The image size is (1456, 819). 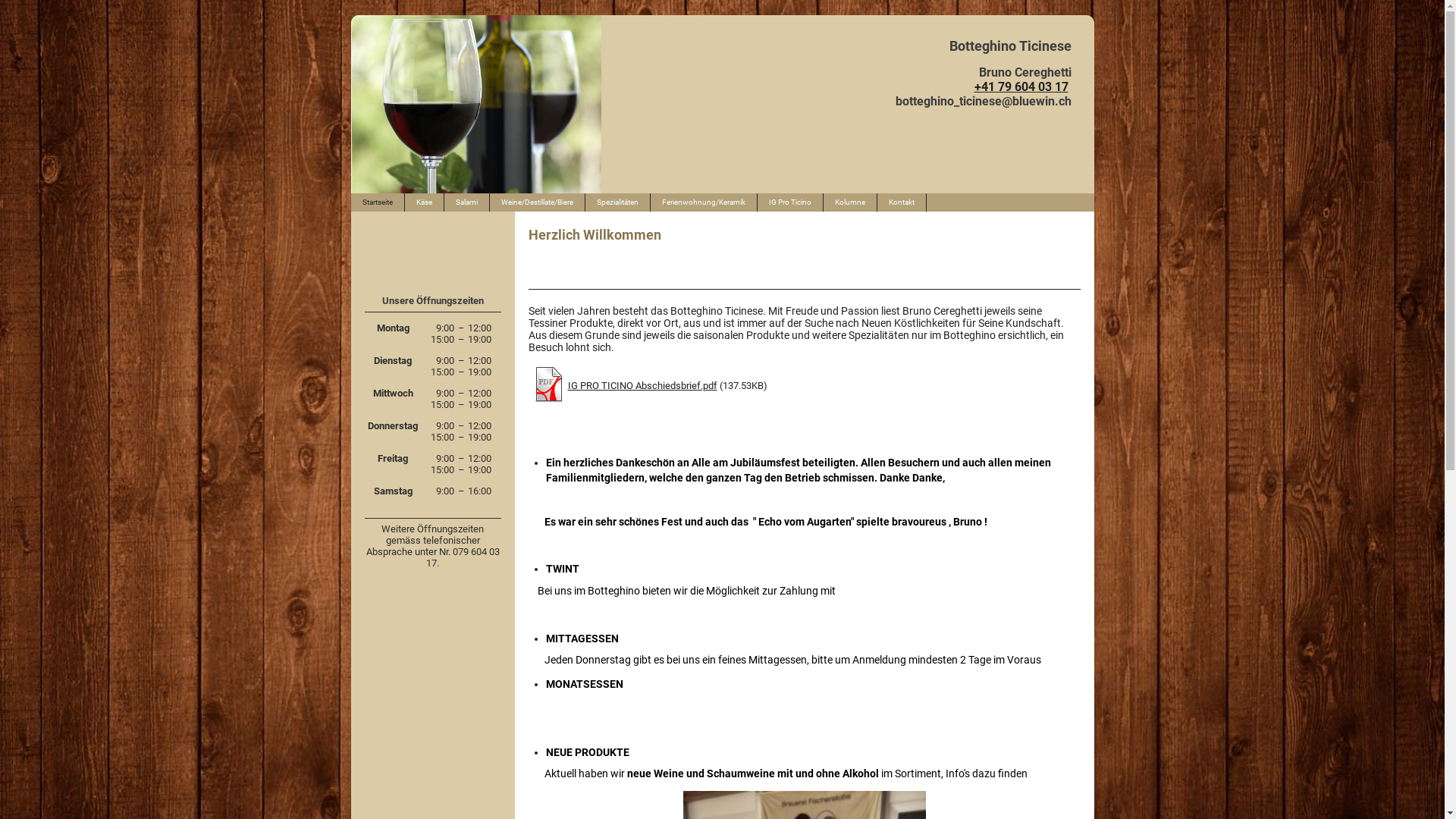 I want to click on 'Startseite', so click(x=377, y=201).